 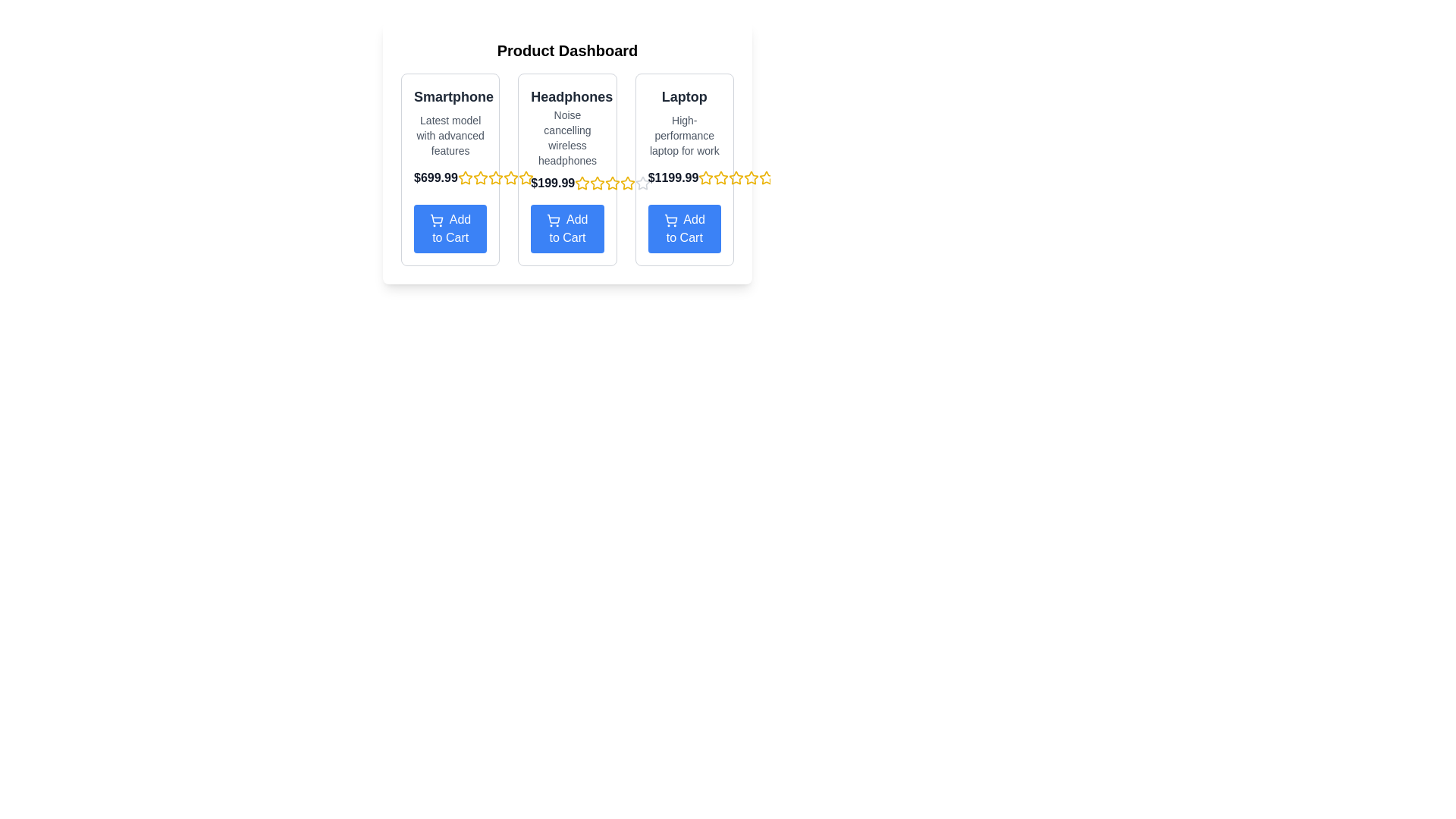 I want to click on the seventh star-shaped rating icon in vibrant yellow color located at the bottom of the 'Headphones' product card, so click(x=628, y=183).